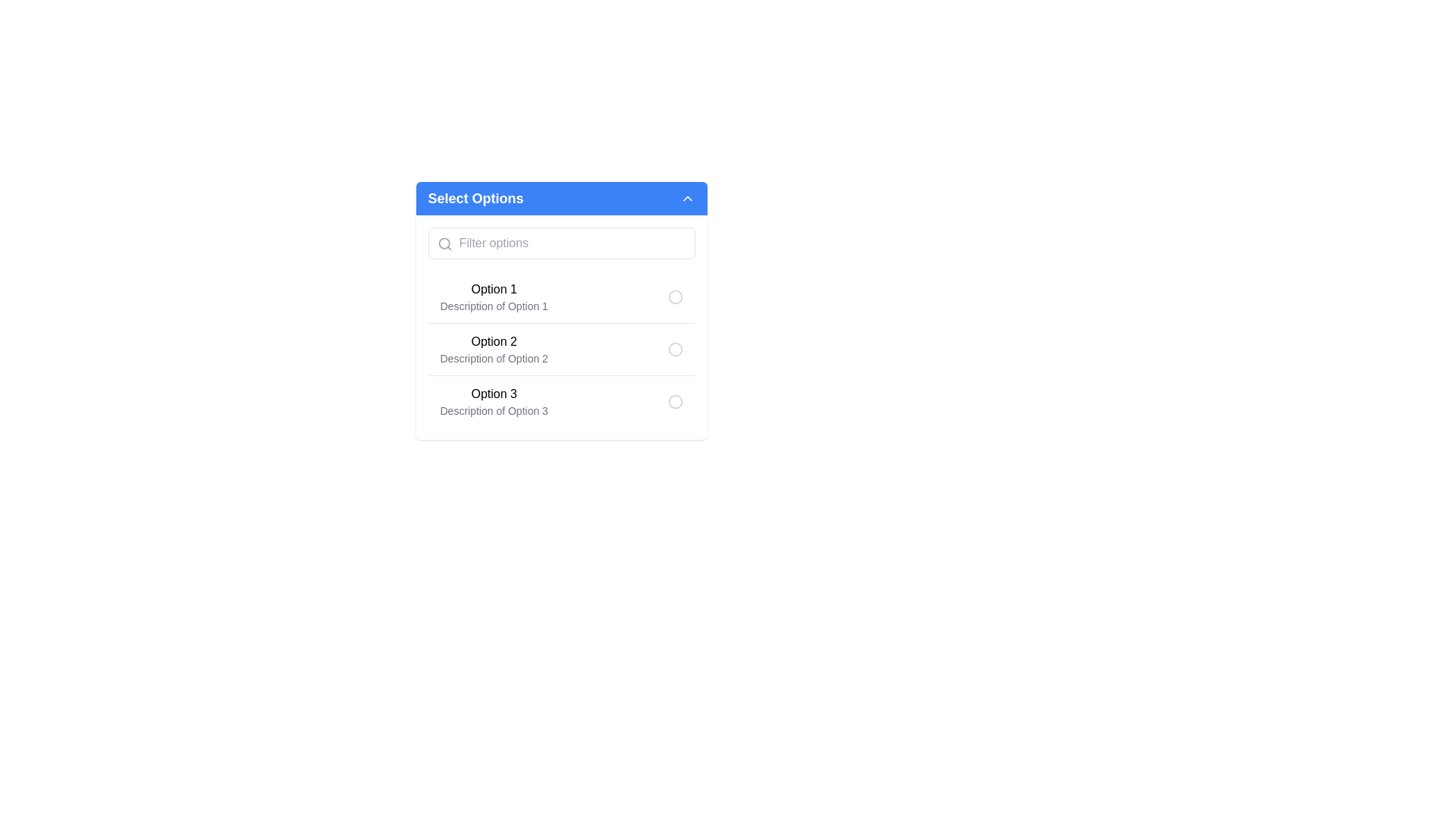 This screenshot has height=819, width=1456. What do you see at coordinates (494, 306) in the screenshot?
I see `information displayed in the text label that reads 'Description of Option 1', which is styled in a smaller font and gray color, located directly below the 'Option 1' header` at bounding box center [494, 306].